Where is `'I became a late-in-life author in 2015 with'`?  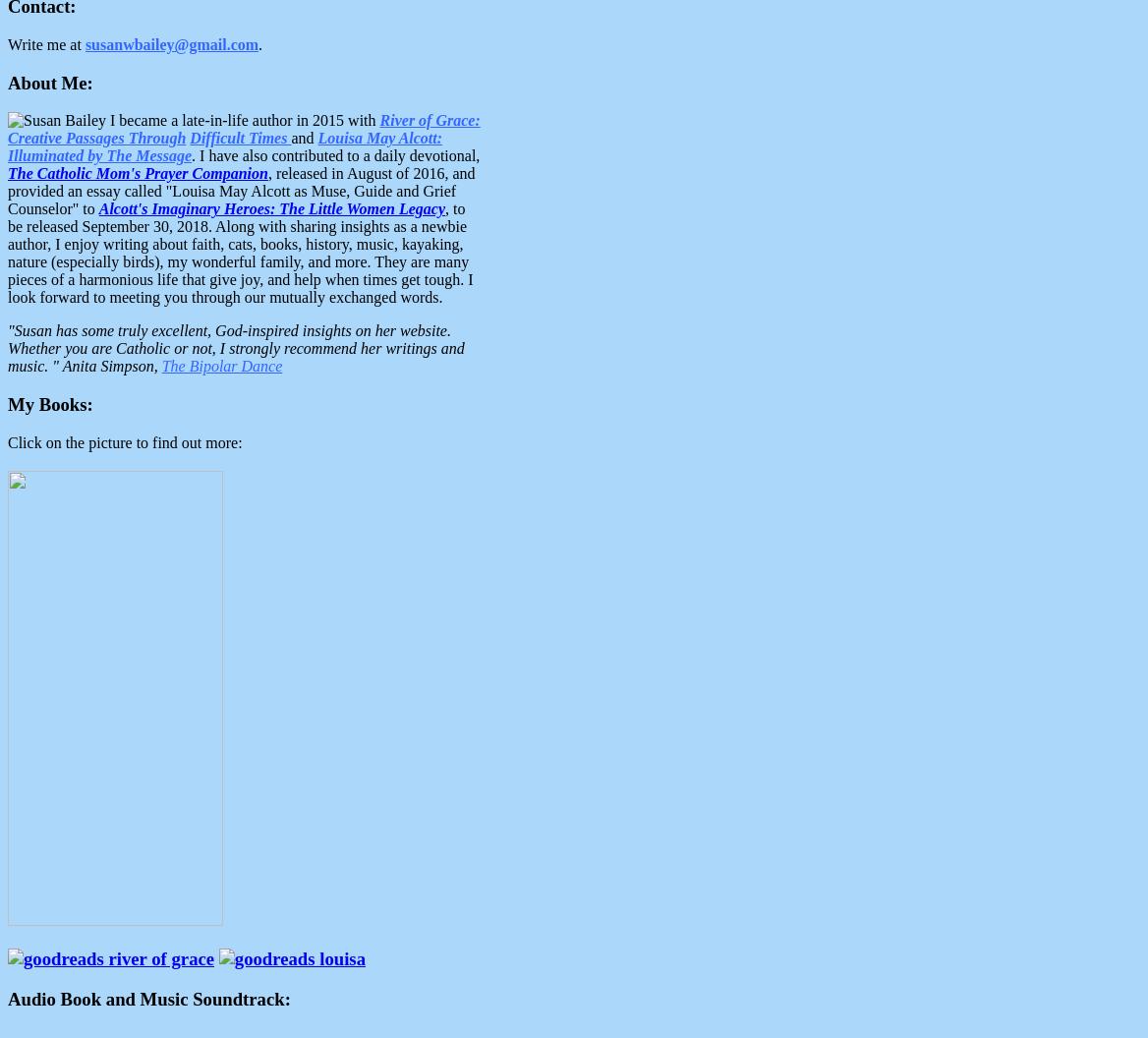
'I became a late-in-life author in 2015 with' is located at coordinates (240, 119).